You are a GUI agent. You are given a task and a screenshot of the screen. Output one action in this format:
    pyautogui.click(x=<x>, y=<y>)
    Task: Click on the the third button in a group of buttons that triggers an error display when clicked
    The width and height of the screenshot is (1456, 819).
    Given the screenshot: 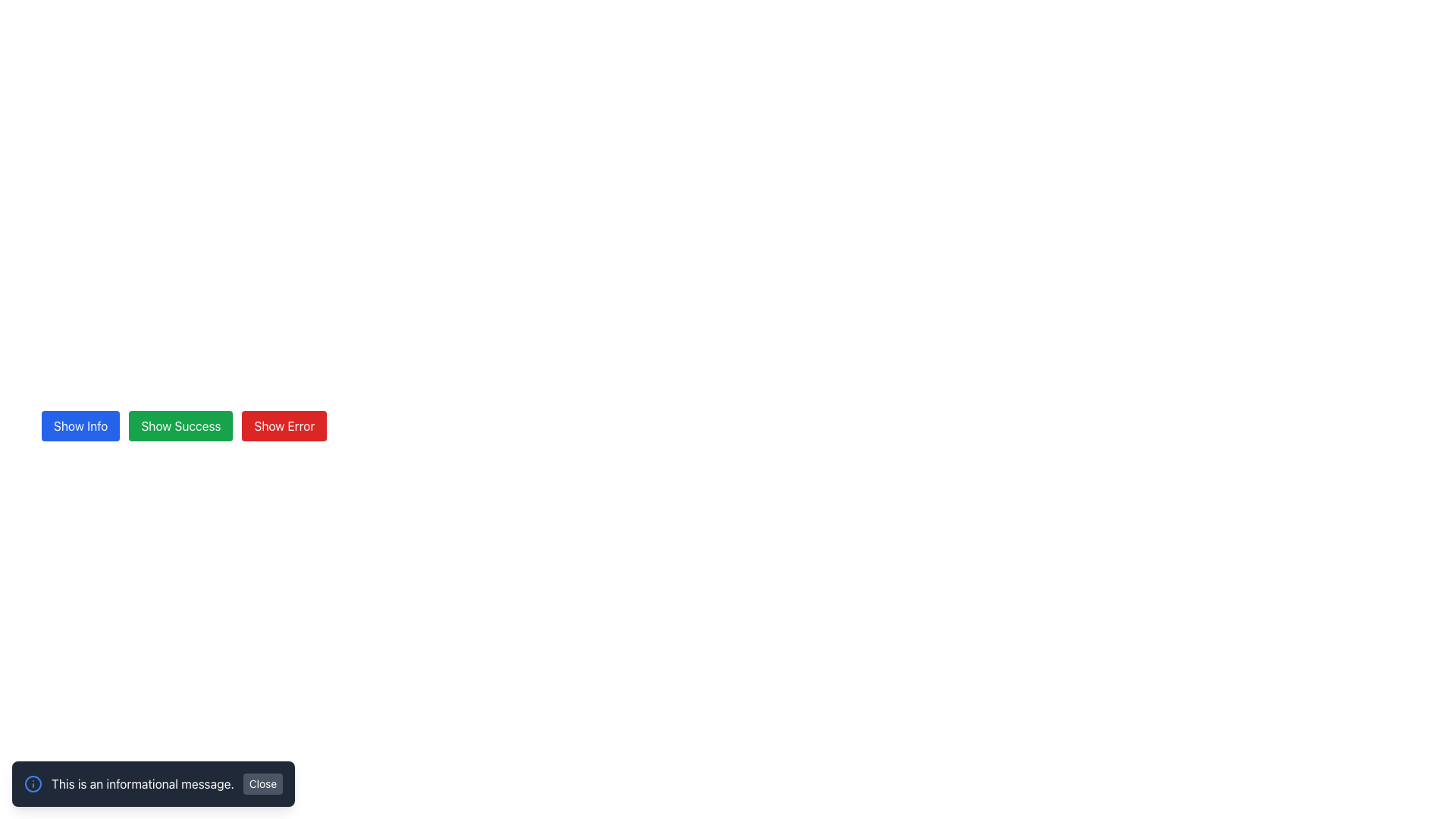 What is the action you would take?
    pyautogui.click(x=284, y=426)
    